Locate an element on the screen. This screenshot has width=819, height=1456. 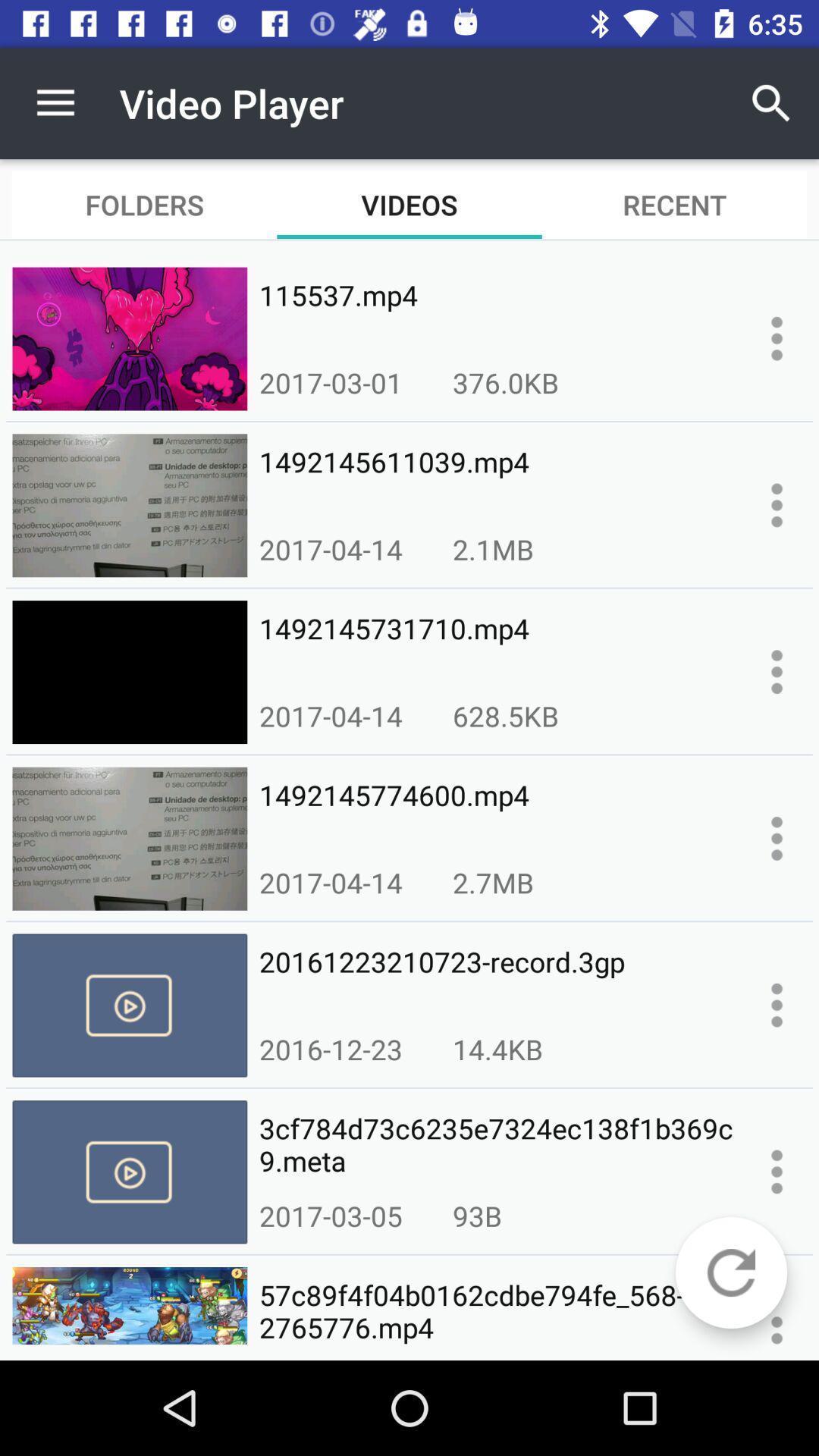
page is located at coordinates (777, 1171).